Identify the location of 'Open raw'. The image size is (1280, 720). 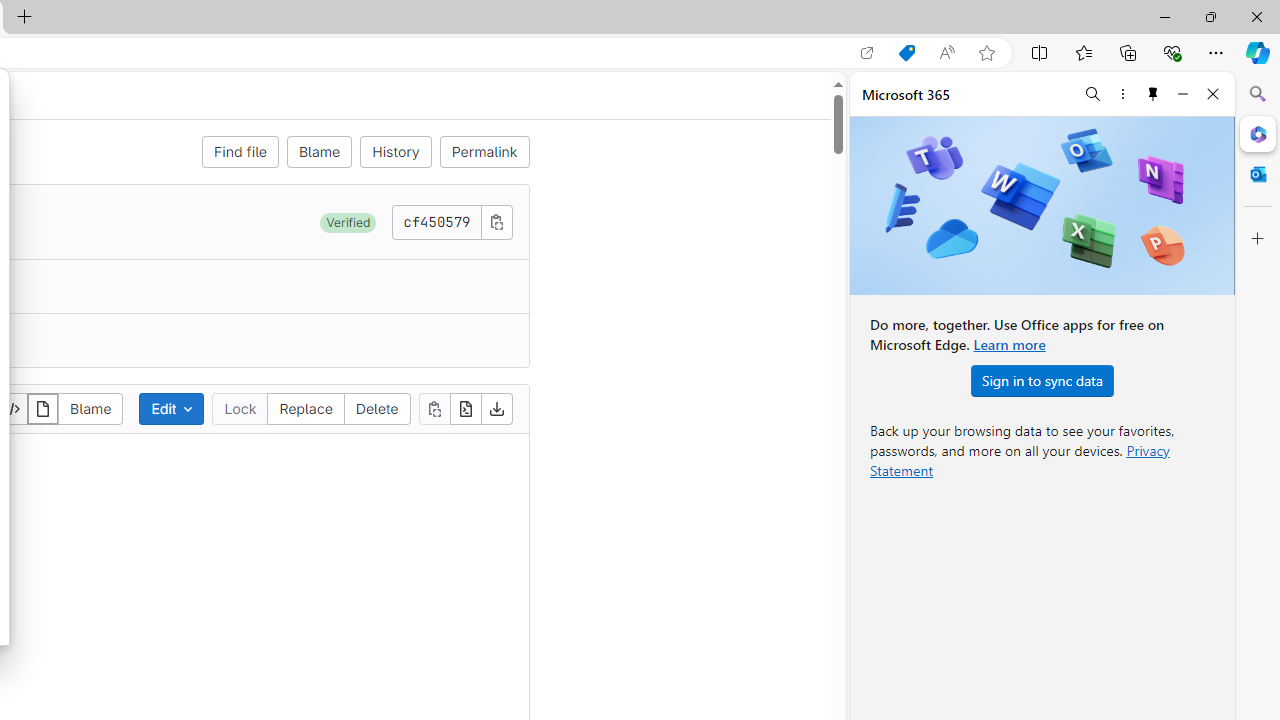
(464, 407).